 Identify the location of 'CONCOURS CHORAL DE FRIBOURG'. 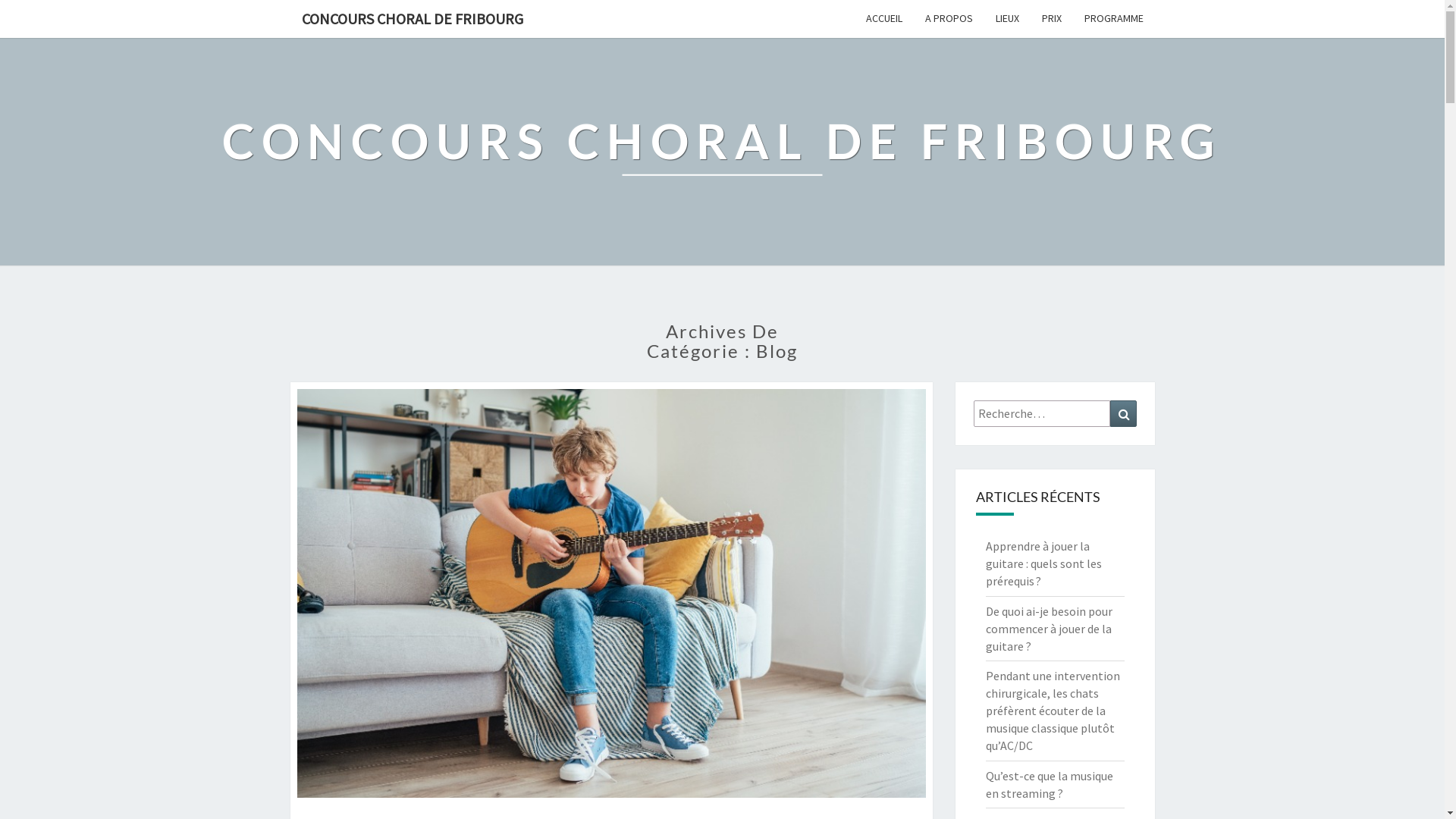
(411, 18).